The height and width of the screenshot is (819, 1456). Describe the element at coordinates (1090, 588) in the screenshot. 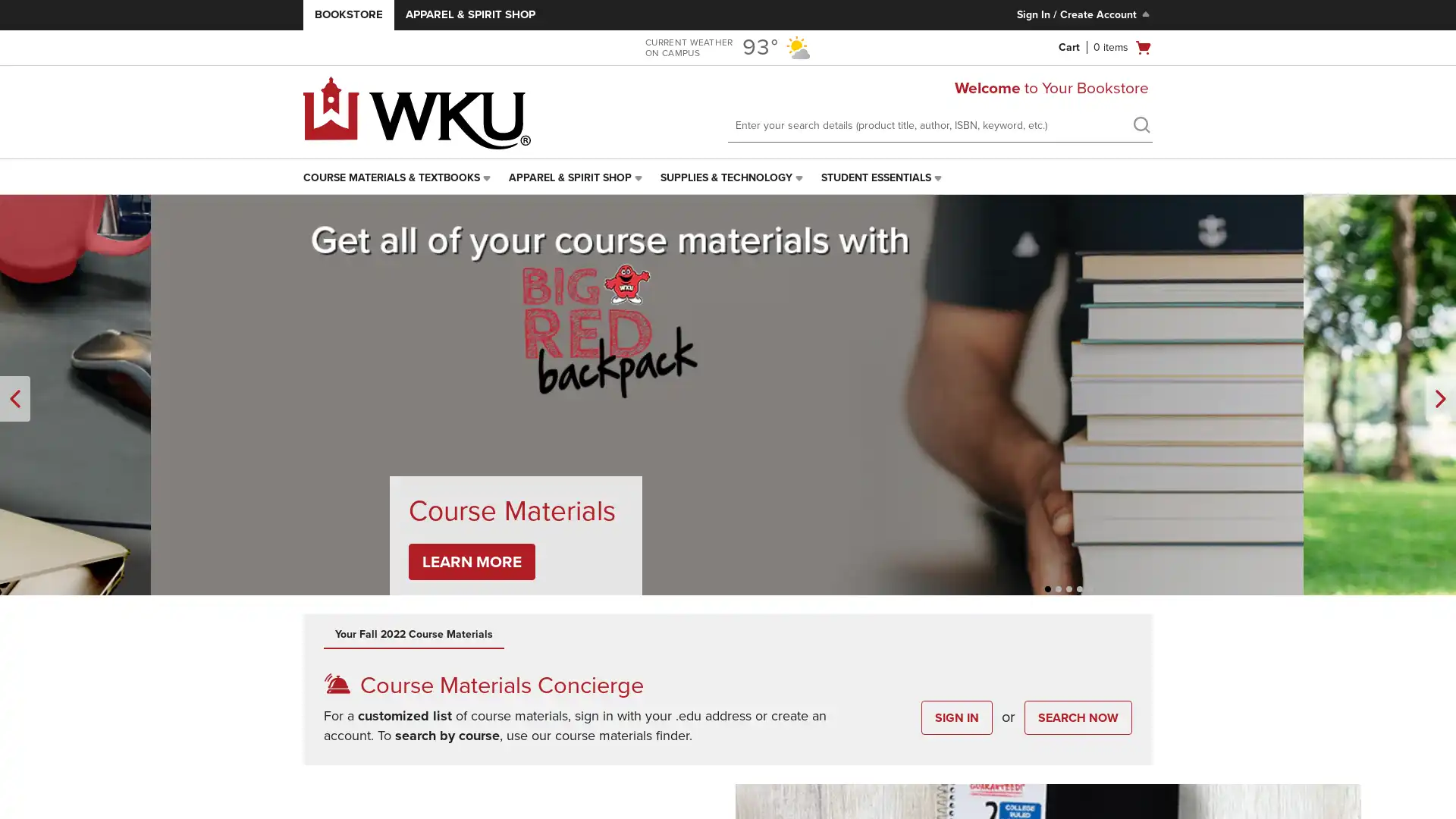

I see `Unselected, Slide 5` at that location.